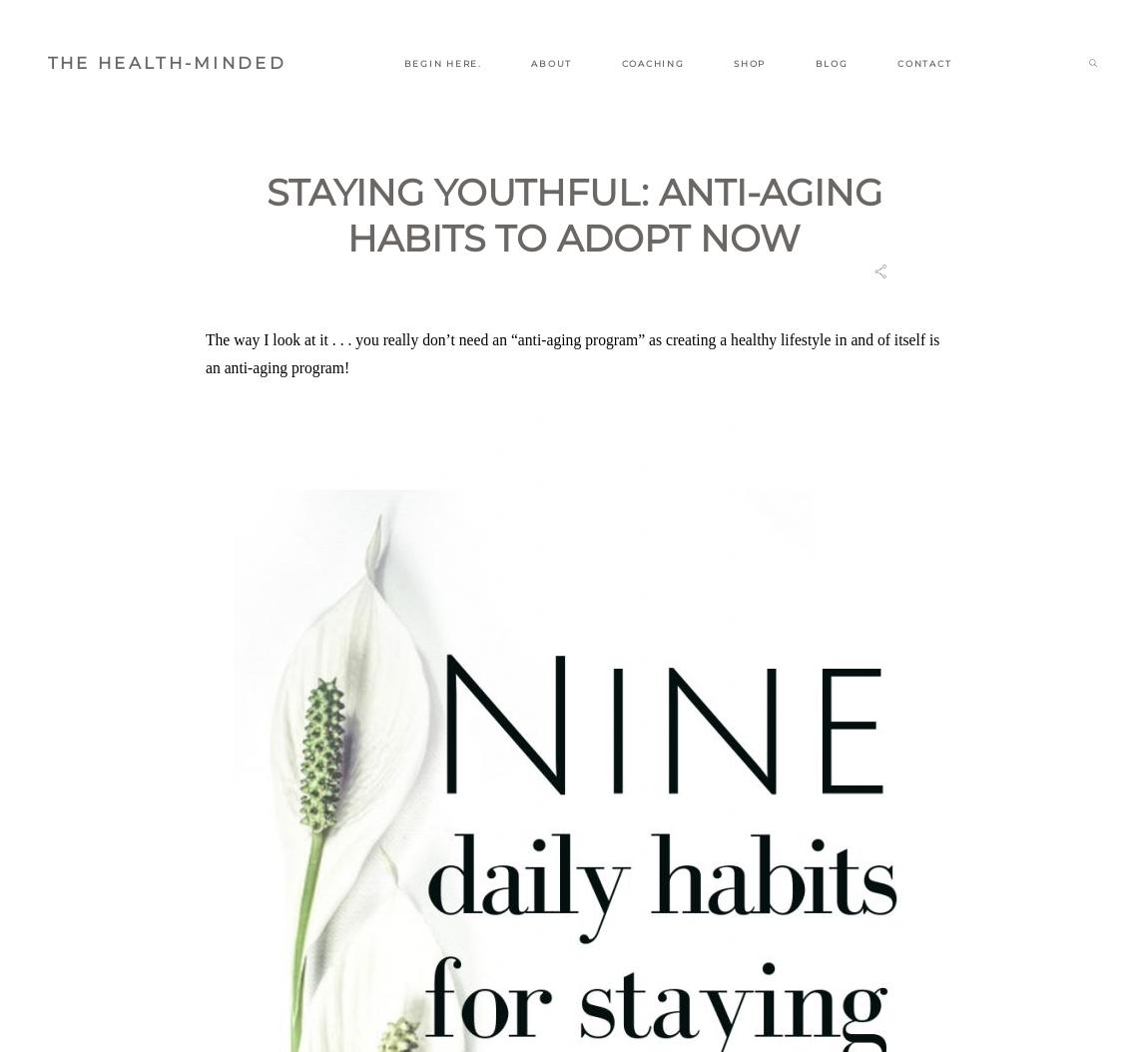 This screenshot has width=1148, height=1052. What do you see at coordinates (923, 62) in the screenshot?
I see `'CONTACT'` at bounding box center [923, 62].